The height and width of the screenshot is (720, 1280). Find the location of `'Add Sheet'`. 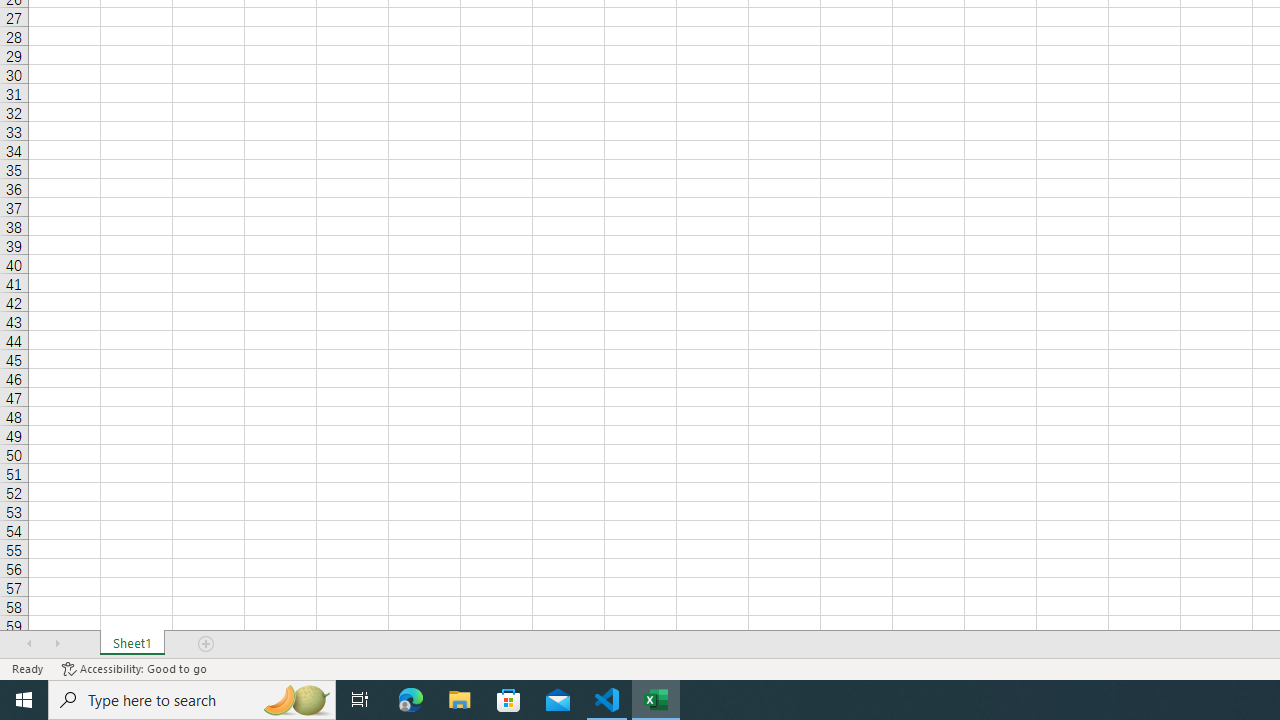

'Add Sheet' is located at coordinates (207, 644).